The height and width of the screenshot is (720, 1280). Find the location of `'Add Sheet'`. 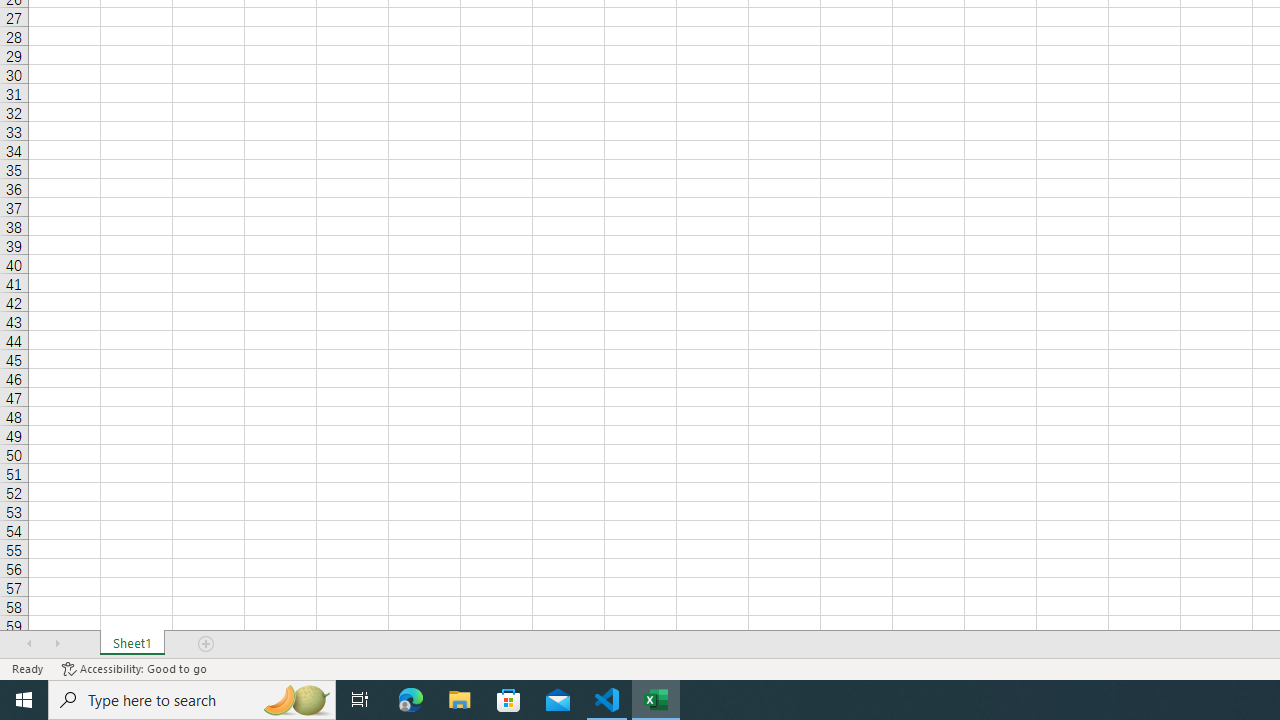

'Add Sheet' is located at coordinates (207, 644).